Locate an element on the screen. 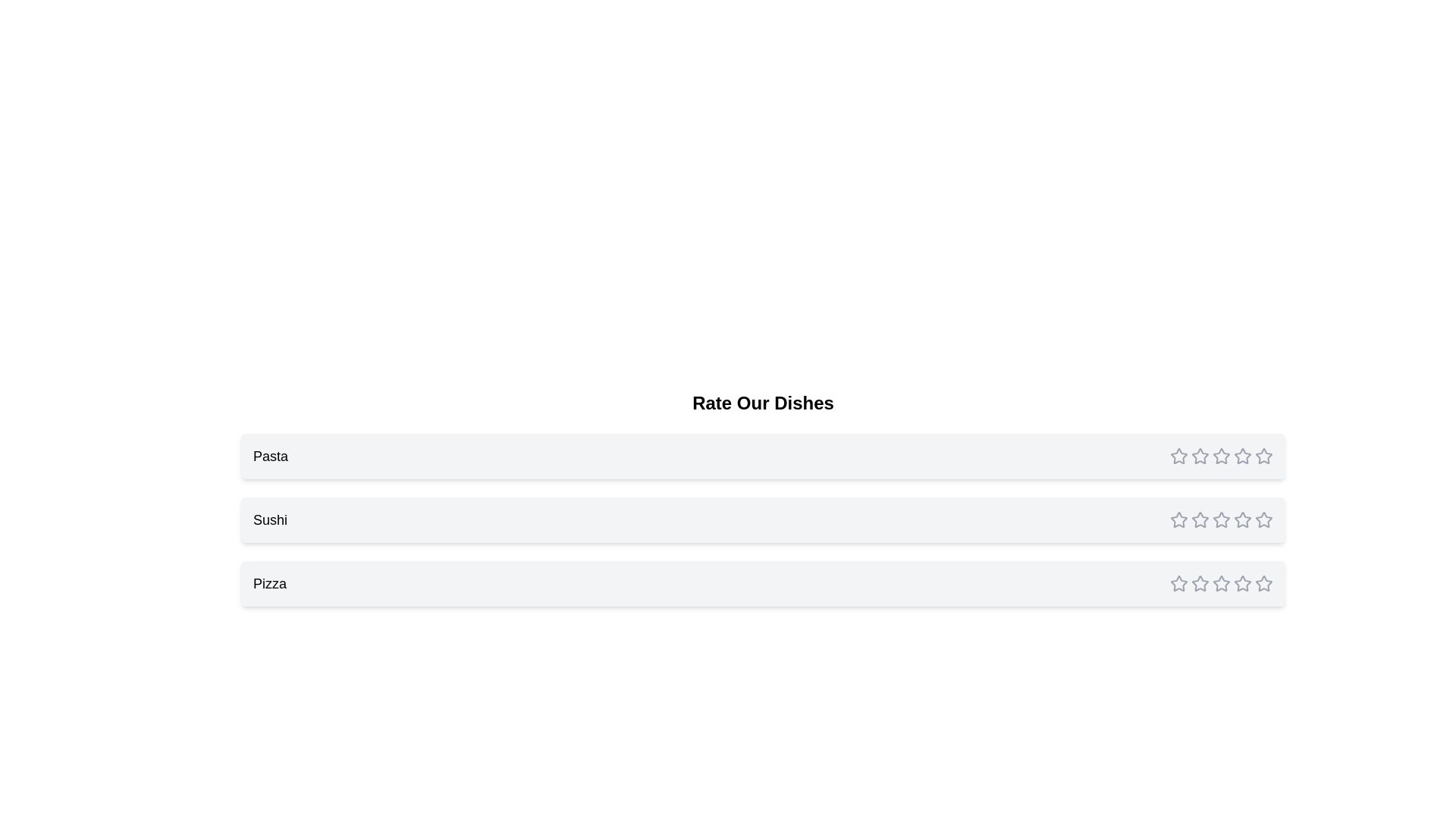  the first star icon in the rating system for the dish labeled 'Sushi' is located at coordinates (1178, 519).